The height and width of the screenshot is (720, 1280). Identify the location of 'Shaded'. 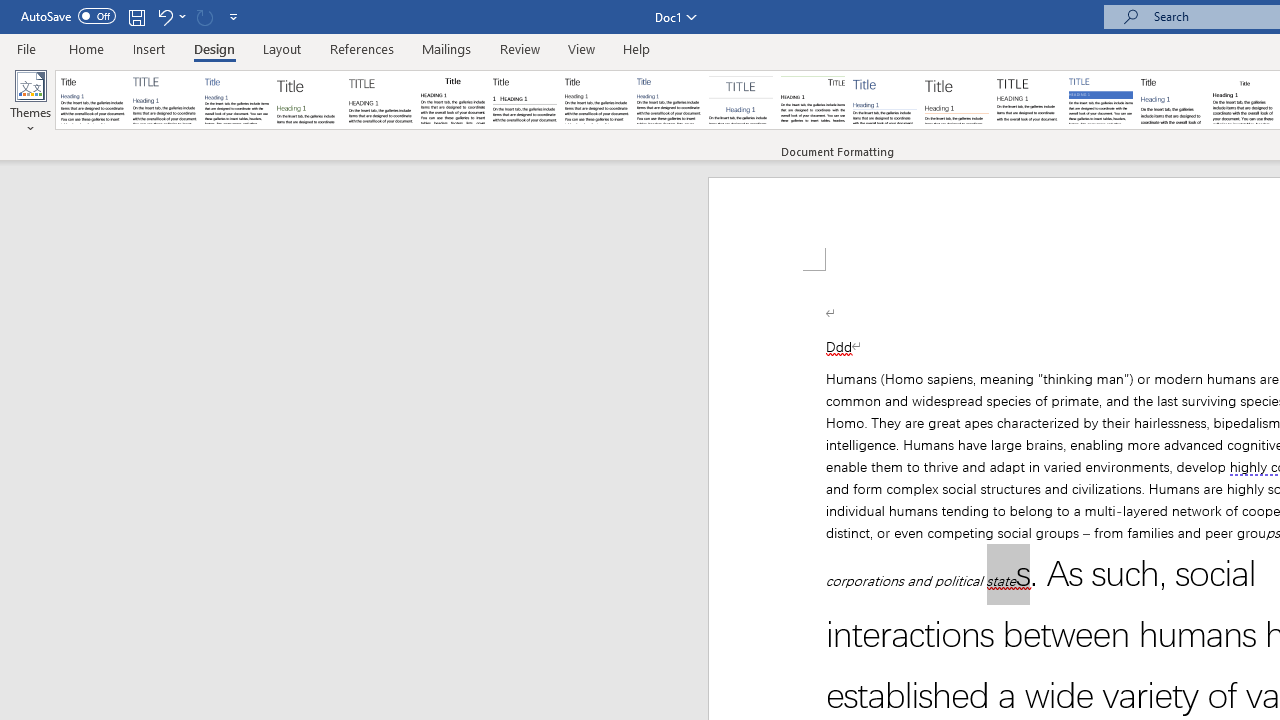
(1099, 100).